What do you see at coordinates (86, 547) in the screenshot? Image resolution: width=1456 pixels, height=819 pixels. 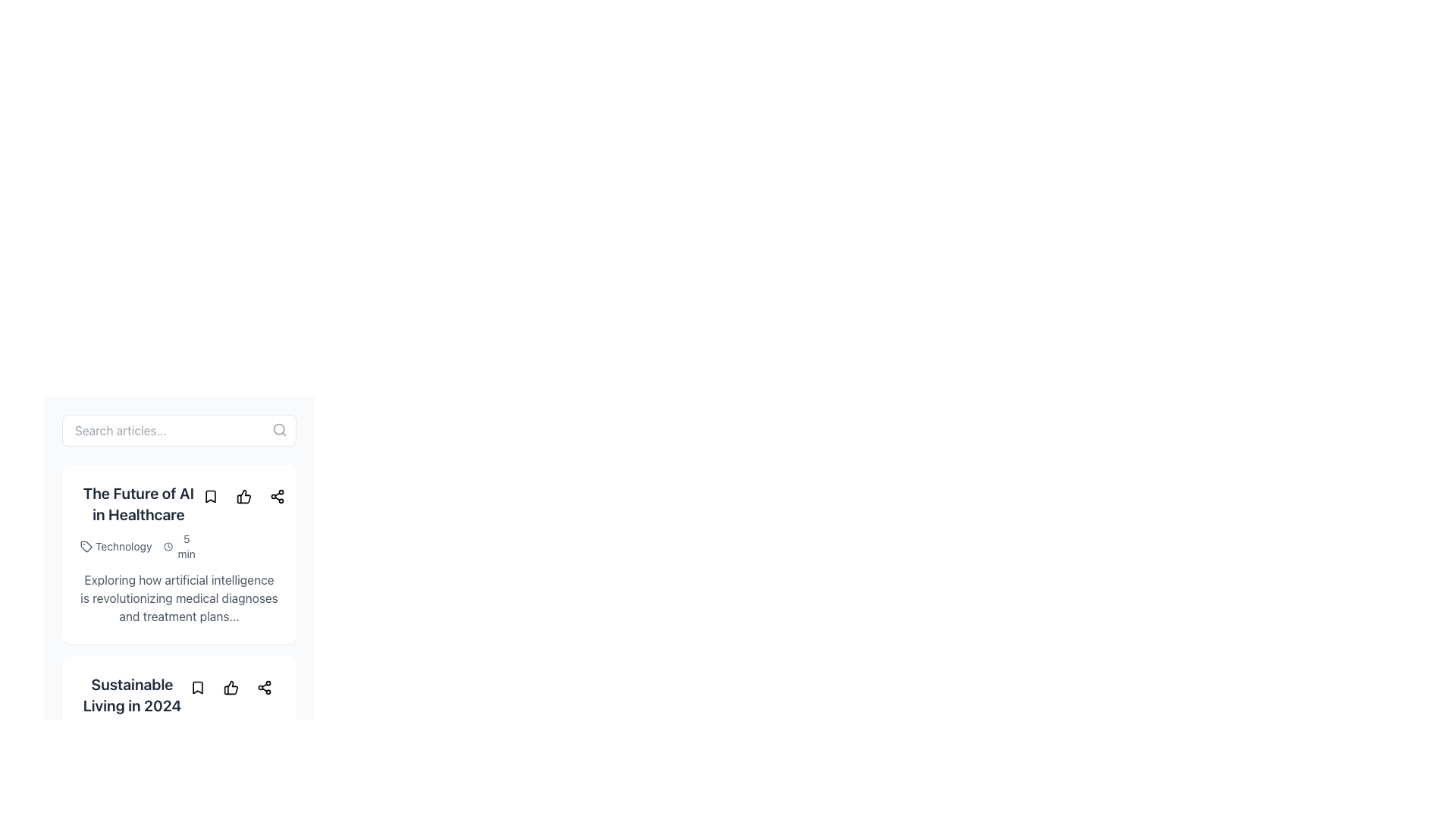 I see `the icon resembling a tag located to the left of the text 'Technology' beneath the title 'The Future of AI in Healthcare'` at bounding box center [86, 547].